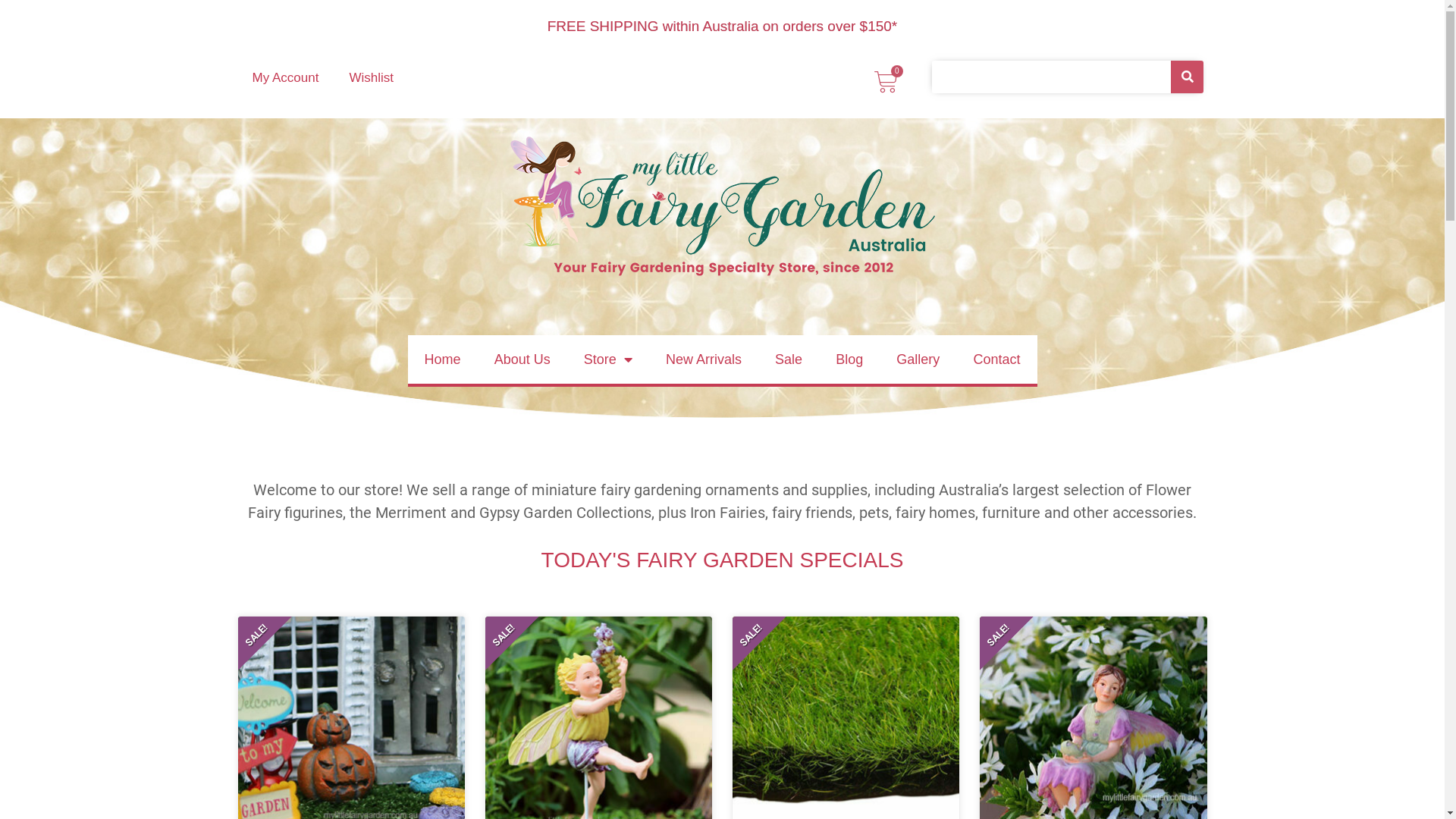  I want to click on 'Home', so click(442, 359).